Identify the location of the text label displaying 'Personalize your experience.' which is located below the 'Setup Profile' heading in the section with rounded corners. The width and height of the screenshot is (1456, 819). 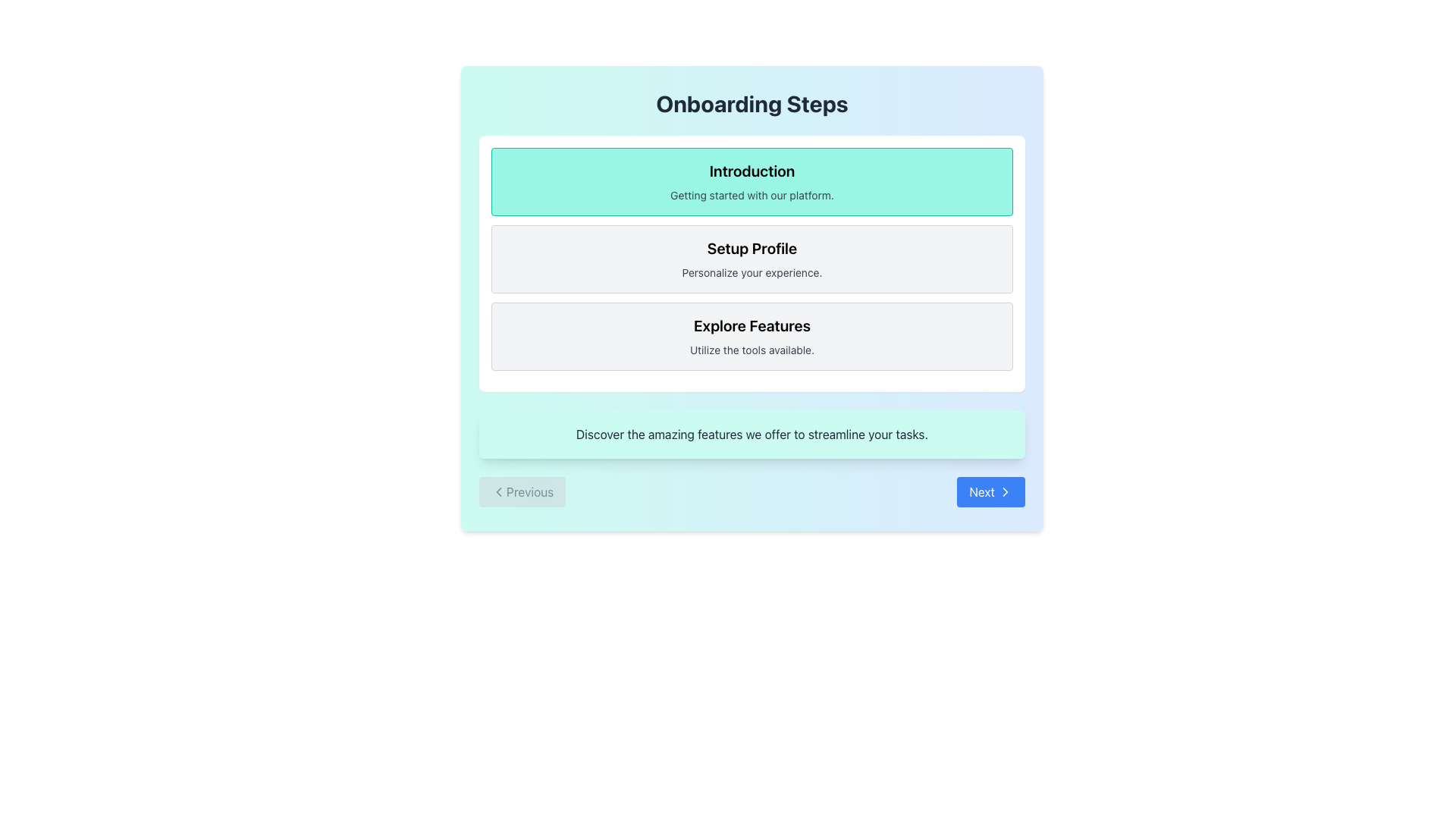
(752, 271).